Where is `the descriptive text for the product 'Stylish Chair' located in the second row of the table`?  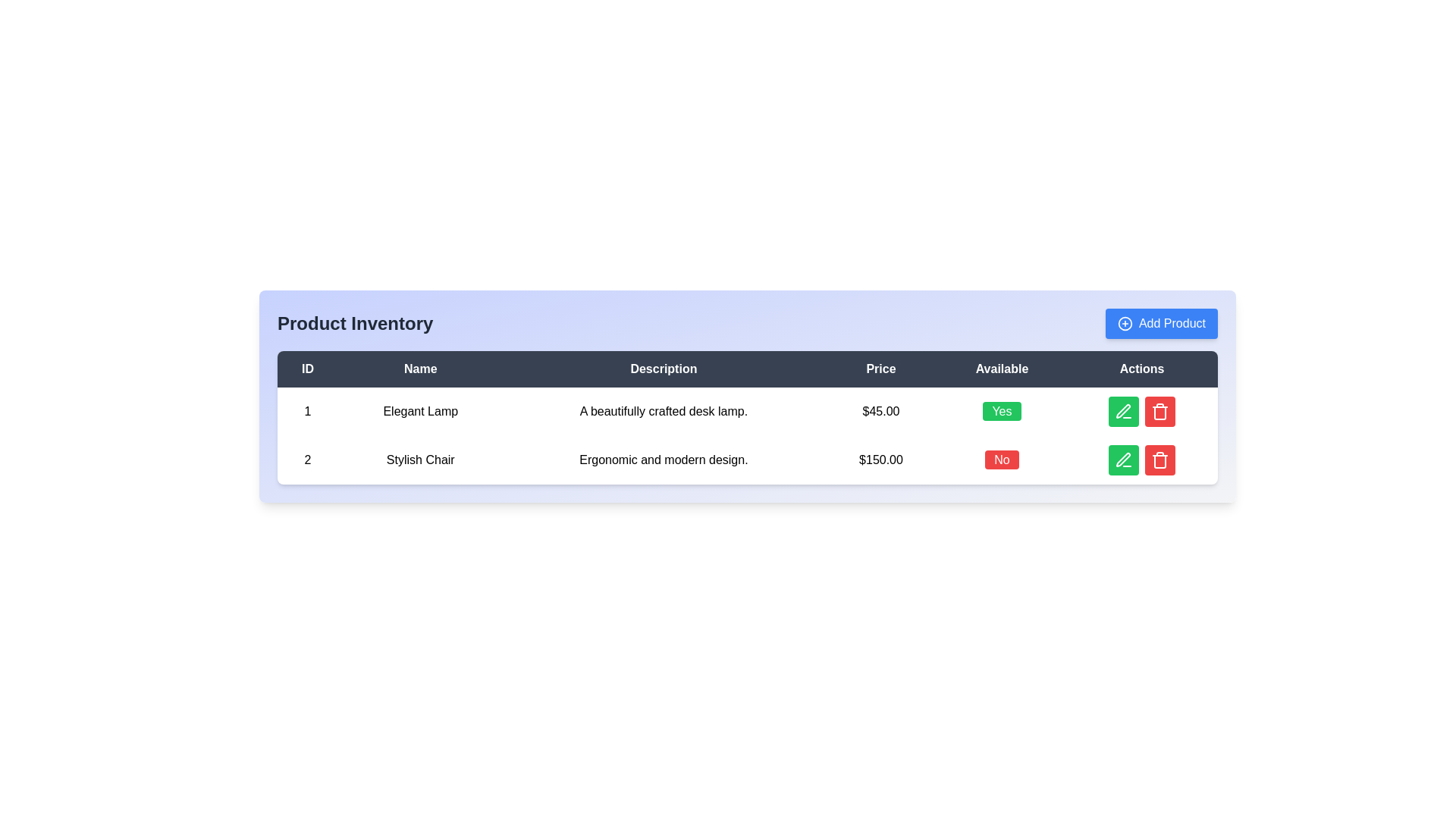 the descriptive text for the product 'Stylish Chair' located in the second row of the table is located at coordinates (664, 459).